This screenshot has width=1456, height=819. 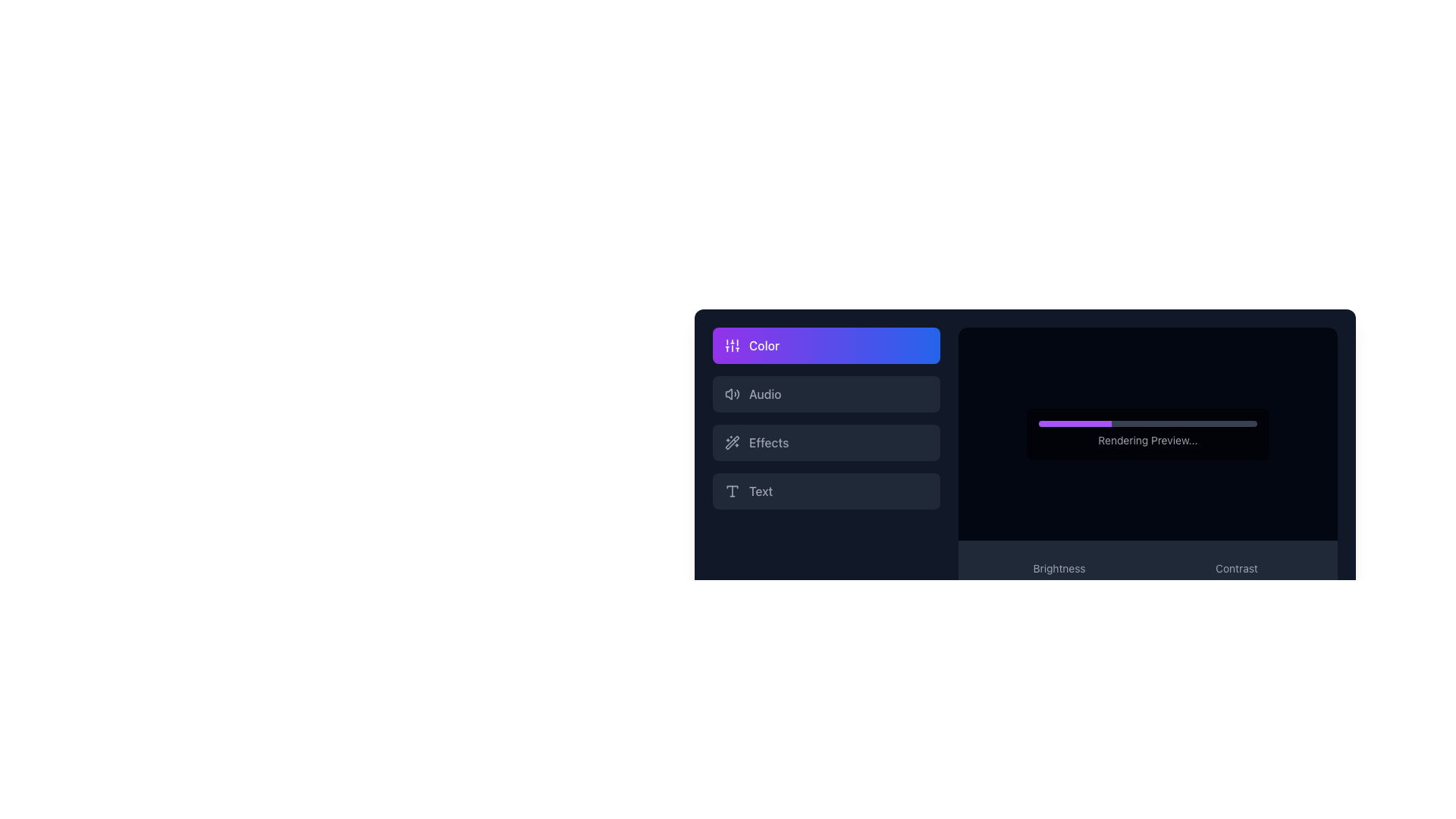 What do you see at coordinates (825, 394) in the screenshot?
I see `the audio settings button located below the 'Color' button and above the 'Effects' button` at bounding box center [825, 394].